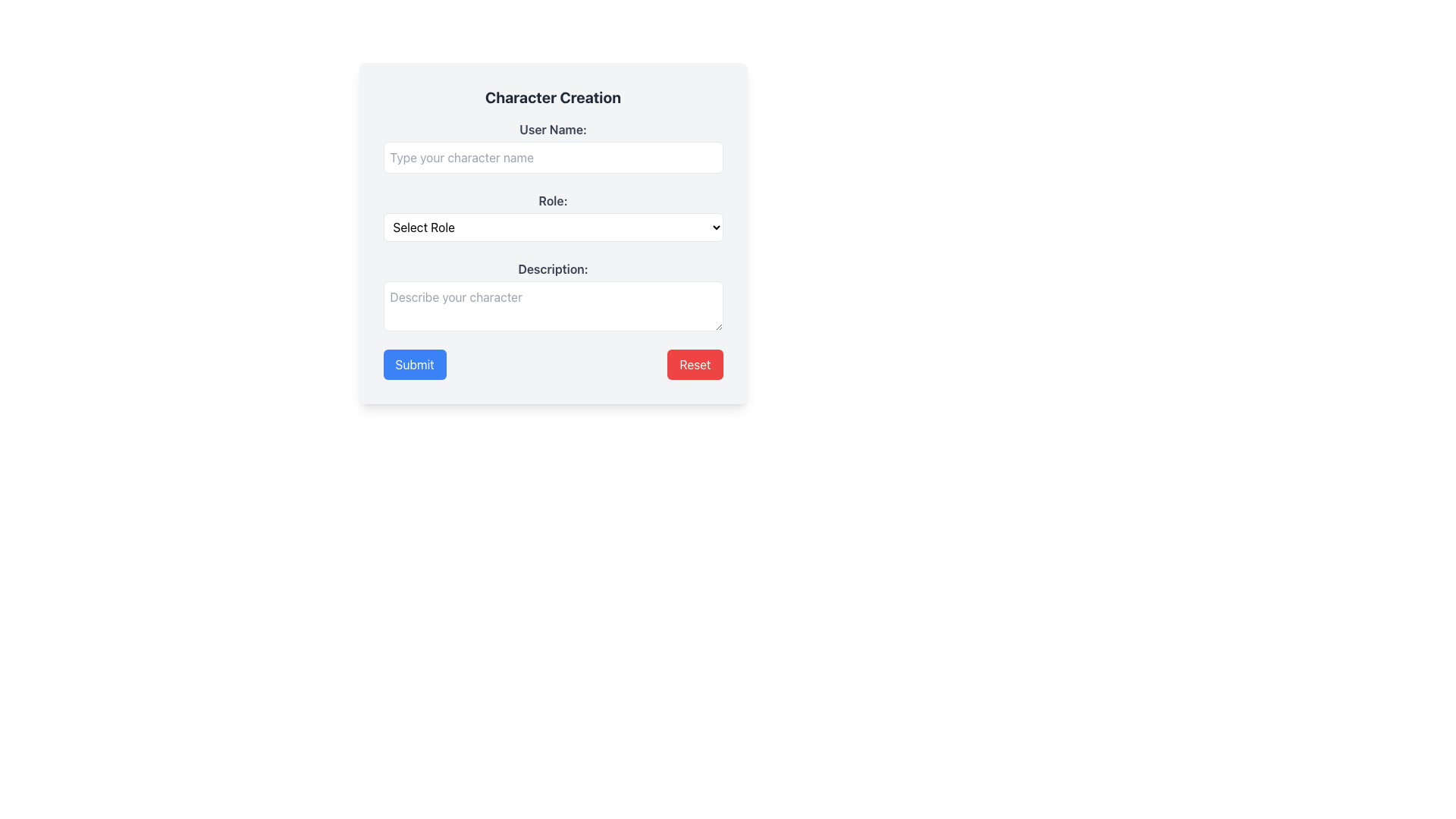 This screenshot has height=819, width=1456. I want to click on the text label that reads 'Description:' which is styled in gray and bold, located above the multiline text input field for 'Describe your character.', so click(552, 268).